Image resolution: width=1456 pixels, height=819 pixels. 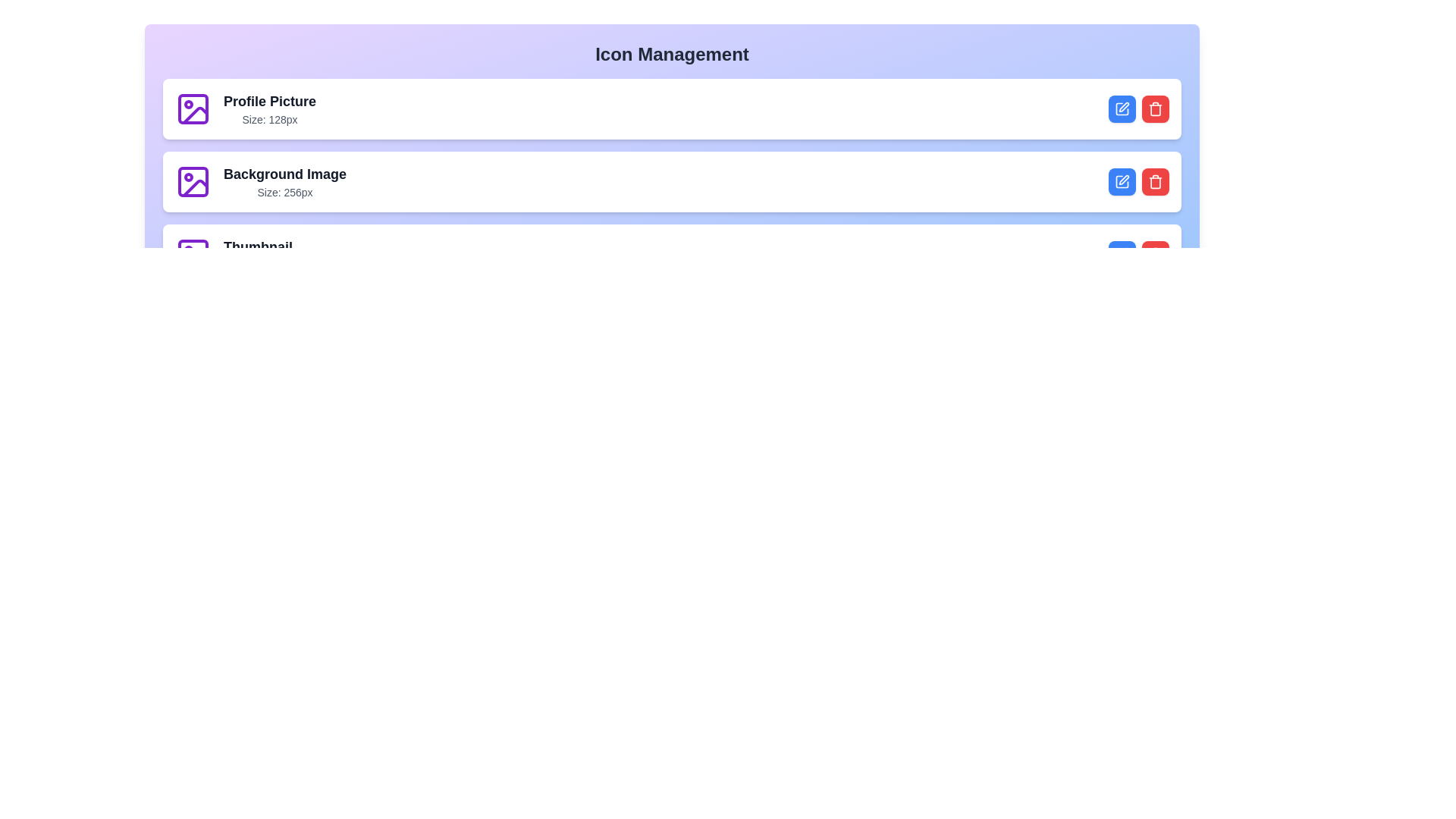 What do you see at coordinates (261, 180) in the screenshot?
I see `text information from the informational display that shows an icon of an image in purple, the text 'Background Image' in bold, and 'Size: 256px' underneath` at bounding box center [261, 180].